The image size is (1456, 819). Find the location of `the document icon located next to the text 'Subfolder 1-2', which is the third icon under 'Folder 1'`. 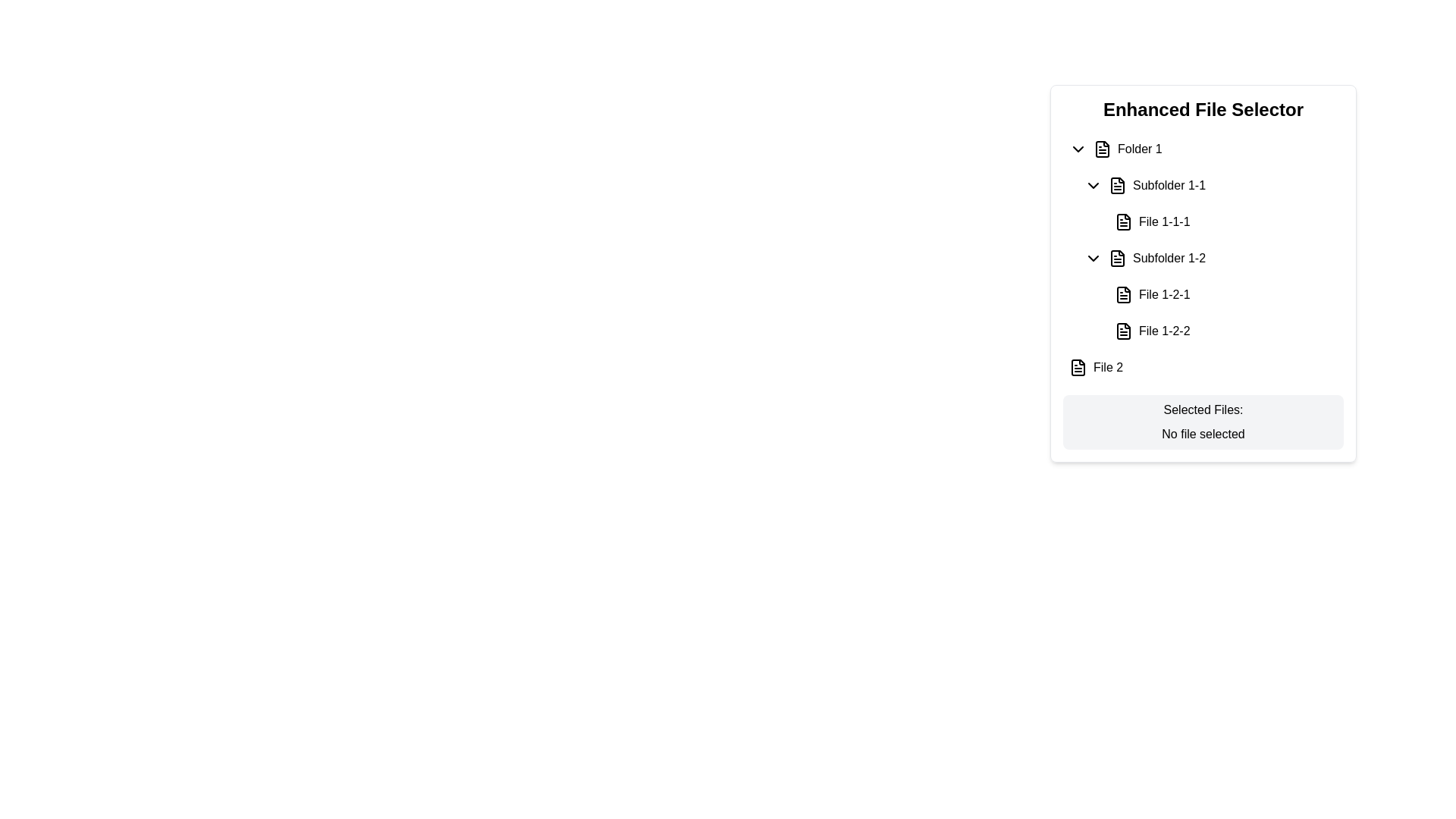

the document icon located next to the text 'Subfolder 1-2', which is the third icon under 'Folder 1' is located at coordinates (1117, 257).